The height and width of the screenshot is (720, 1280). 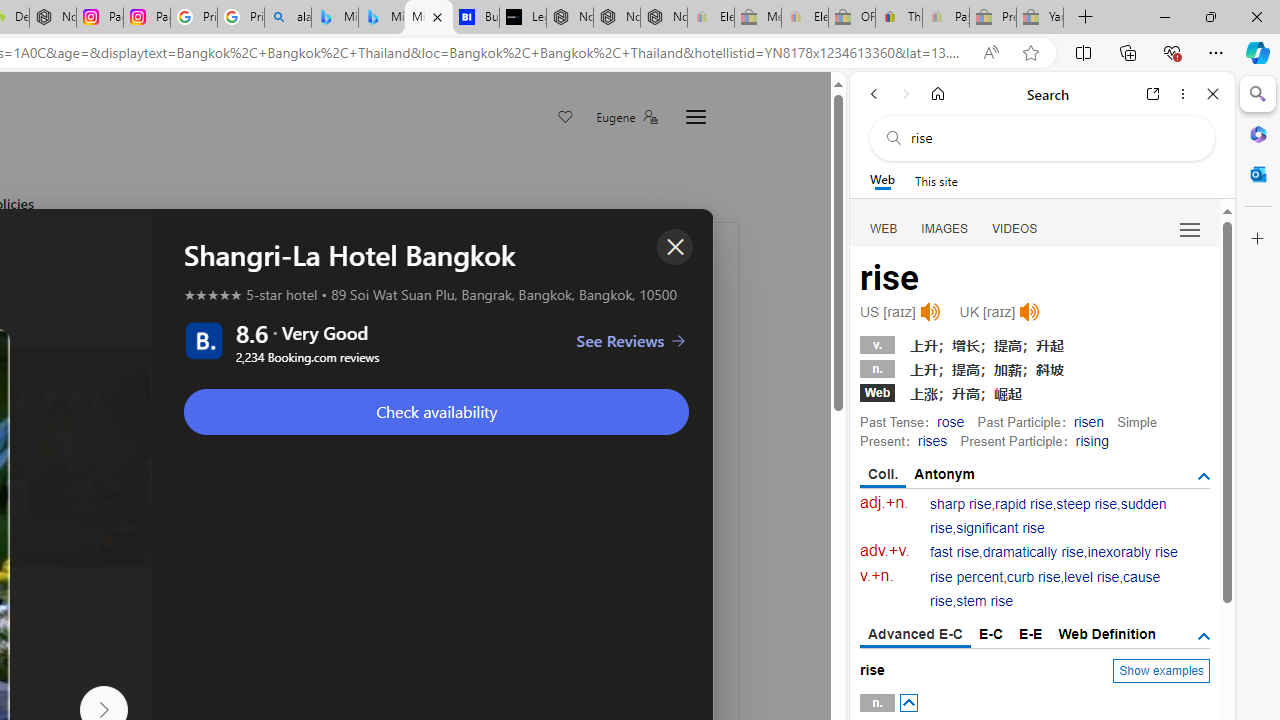 What do you see at coordinates (1106, 633) in the screenshot?
I see `'Web Definition'` at bounding box center [1106, 633].